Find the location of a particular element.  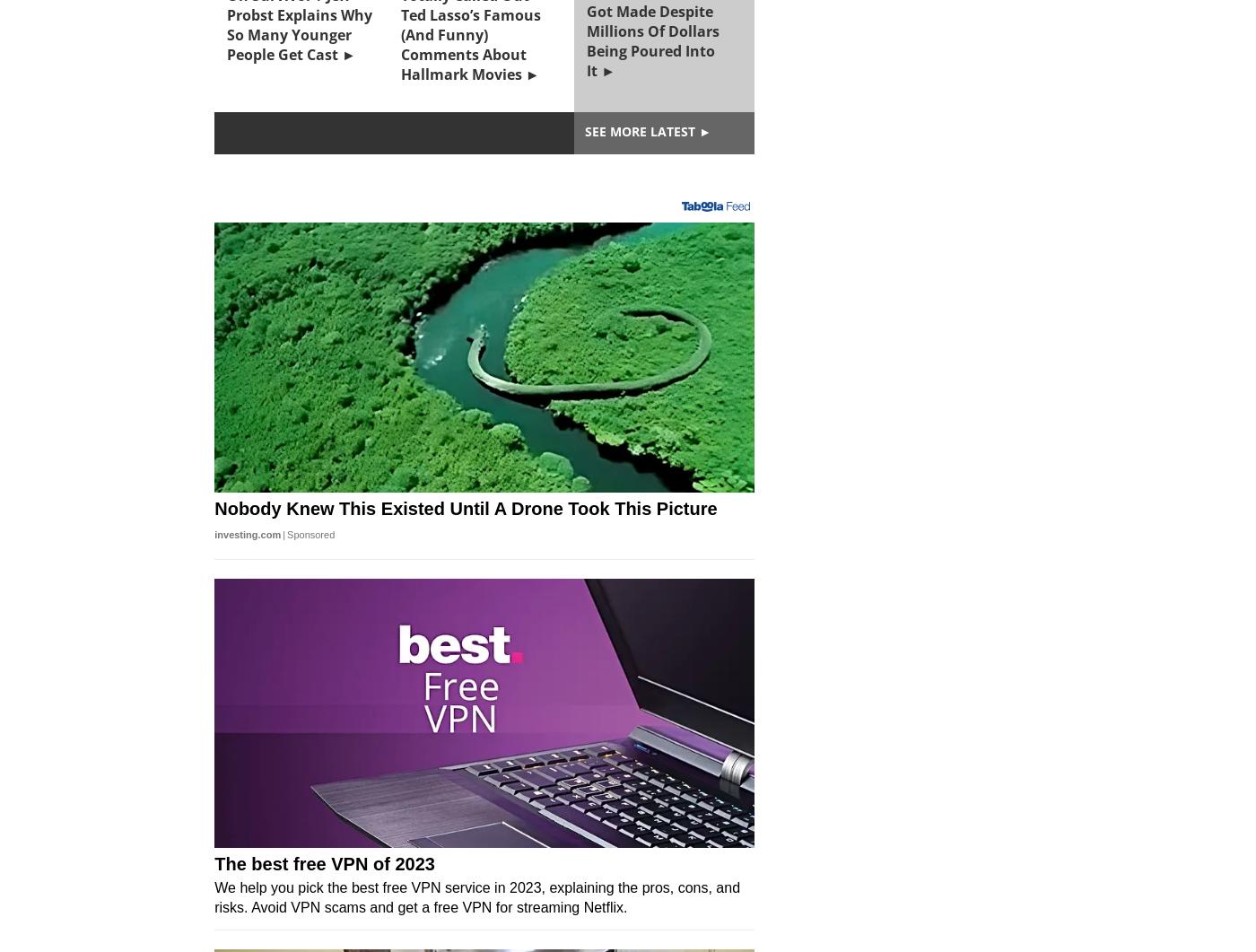

'90 Day Fiancé: The Other Way's Gabe Paboga Alleges Cast Member Made Transphobic Comments During Deleted Tell-All Scene' is located at coordinates (214, 525).